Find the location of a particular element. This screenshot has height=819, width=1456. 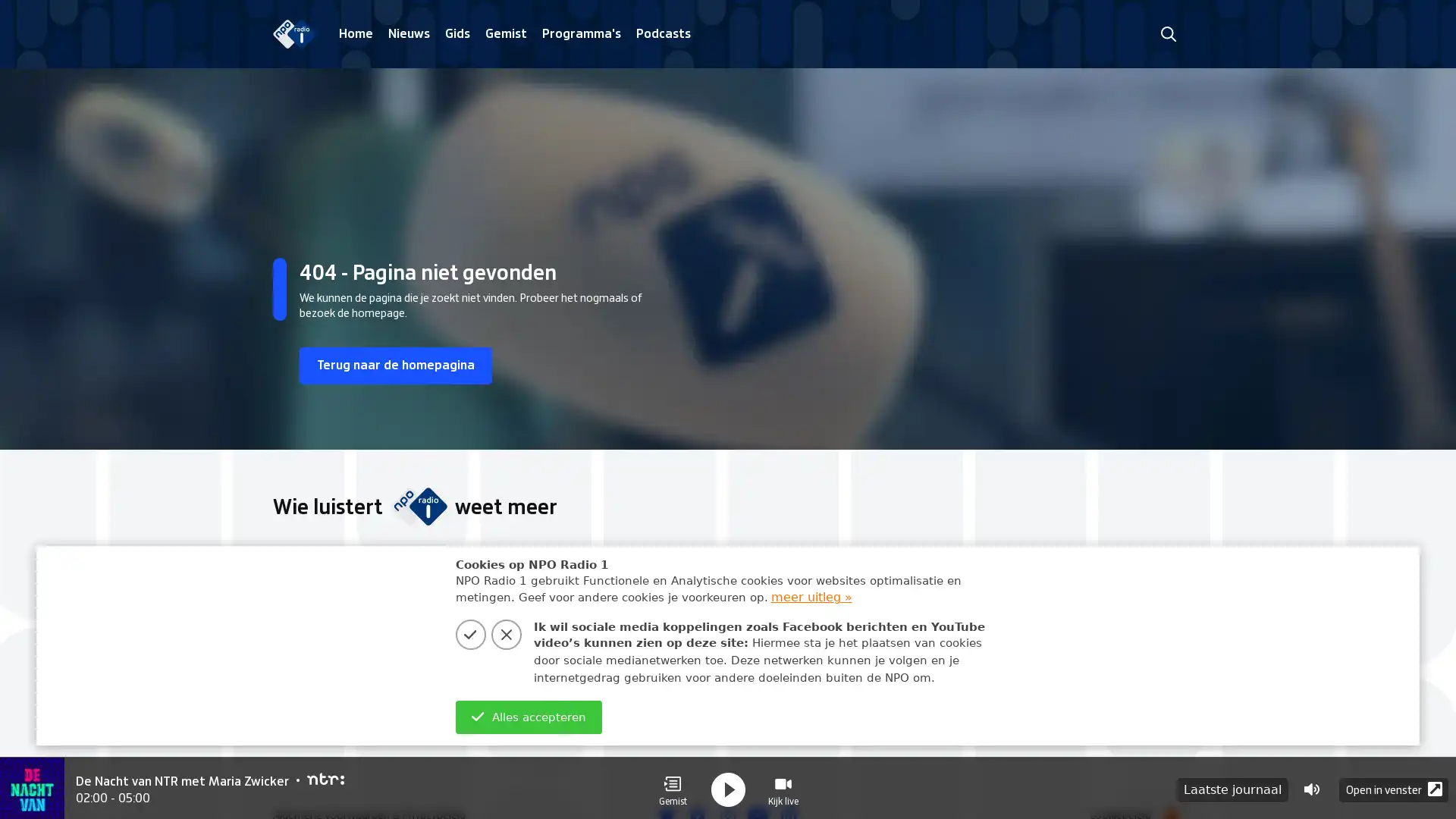

play is located at coordinates (728, 786).